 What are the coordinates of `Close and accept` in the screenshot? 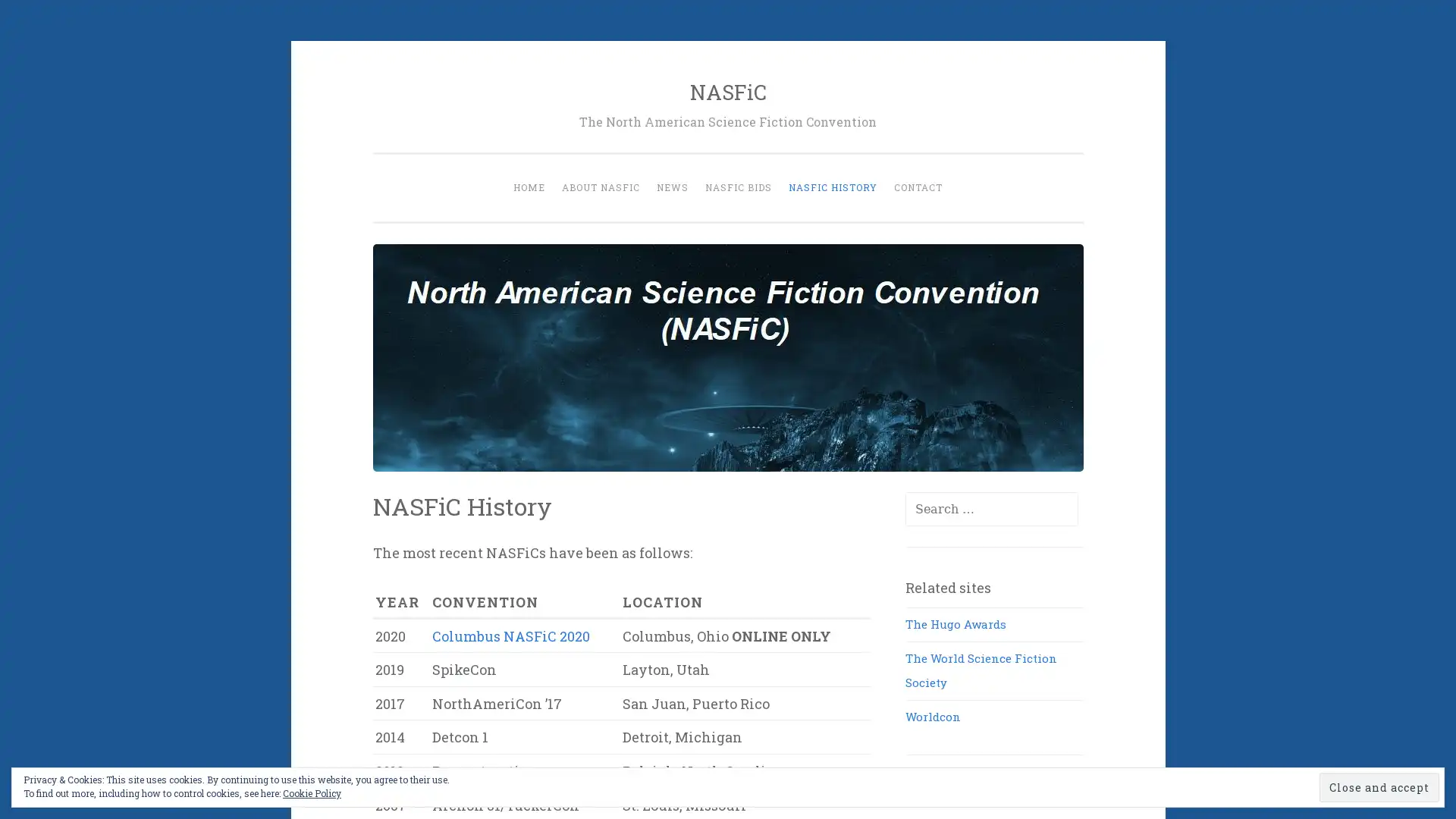 It's located at (1379, 786).